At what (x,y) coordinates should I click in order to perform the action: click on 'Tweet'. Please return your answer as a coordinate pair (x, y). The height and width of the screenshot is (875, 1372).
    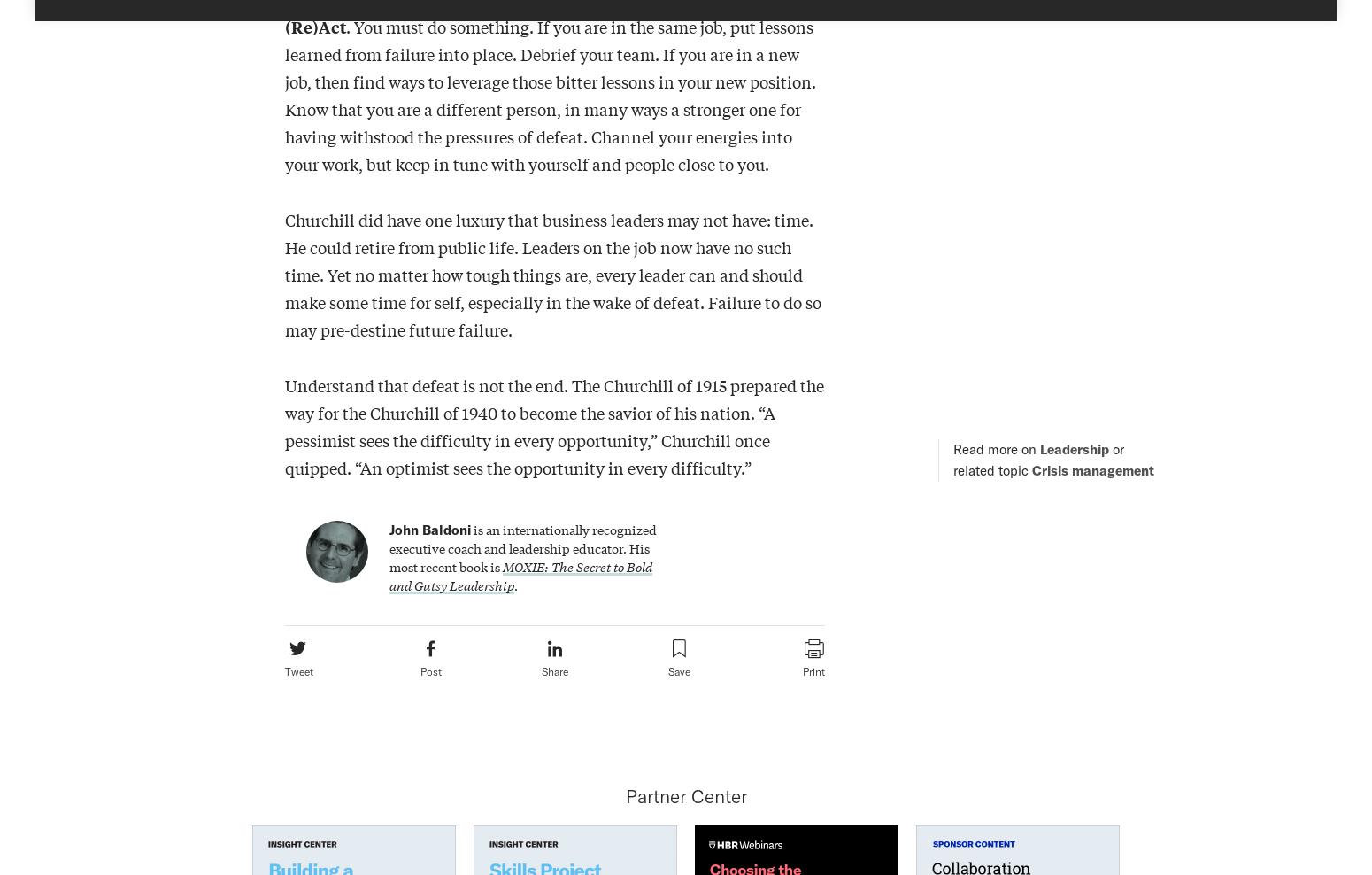
    Looking at the image, I should click on (298, 670).